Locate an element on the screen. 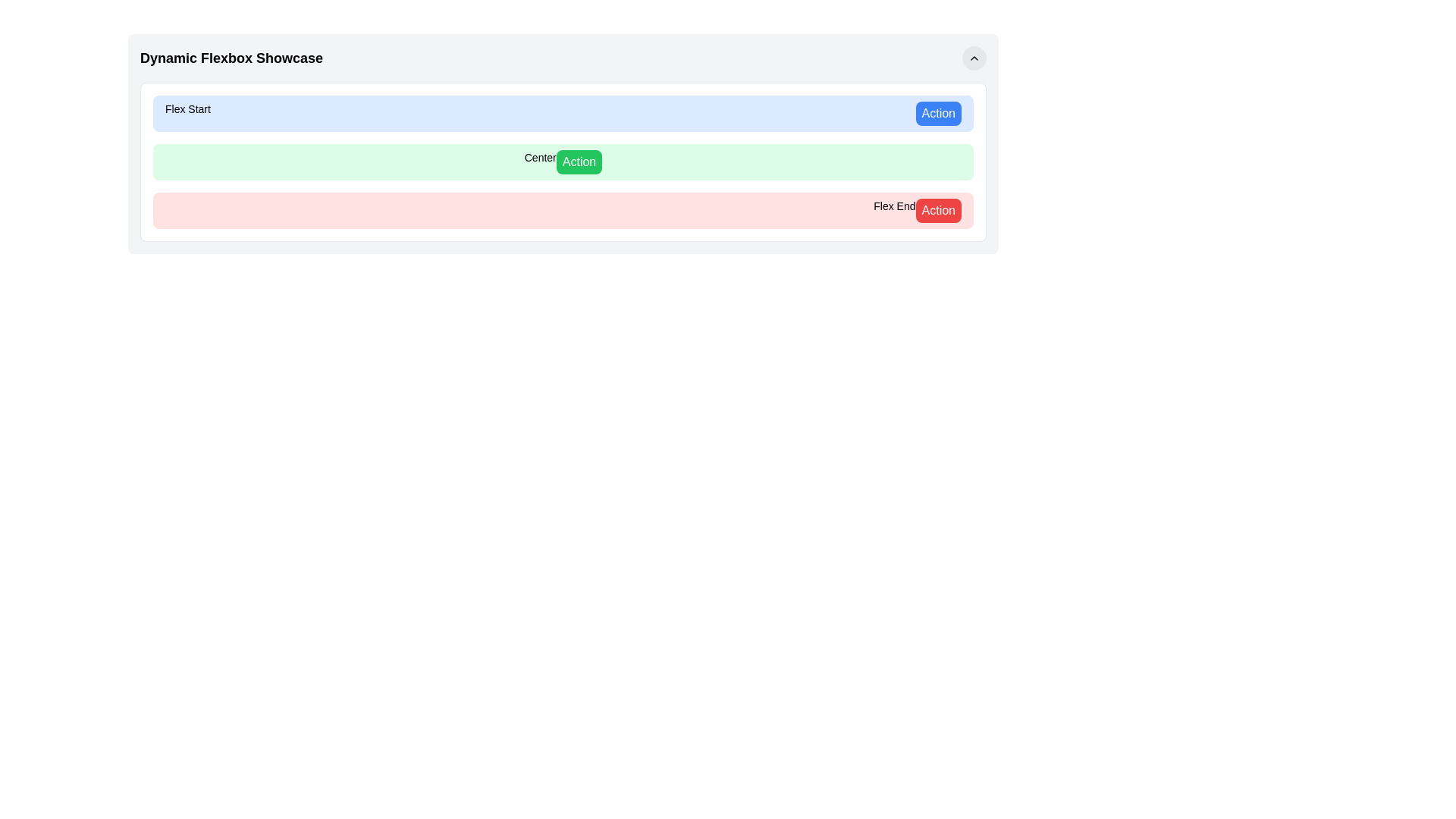  the button located at the right end of a flexible layout with a light red background, which has the text 'Flex End' to its left, to observe a styling change is located at coordinates (937, 210).